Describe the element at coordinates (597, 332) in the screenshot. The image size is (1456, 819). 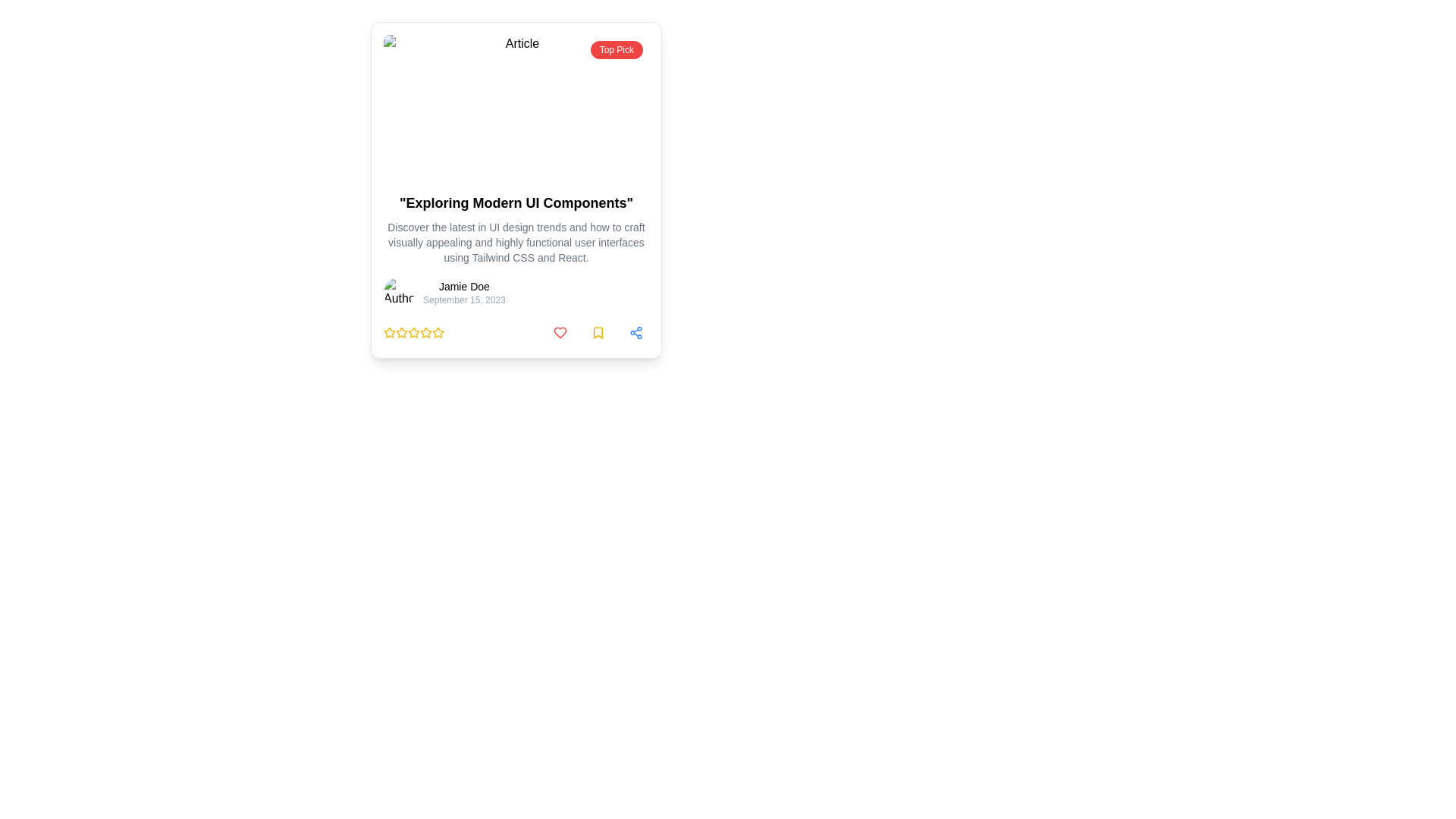
I see `the second icon from the left in the horizontal set of icons below the card content` at that location.